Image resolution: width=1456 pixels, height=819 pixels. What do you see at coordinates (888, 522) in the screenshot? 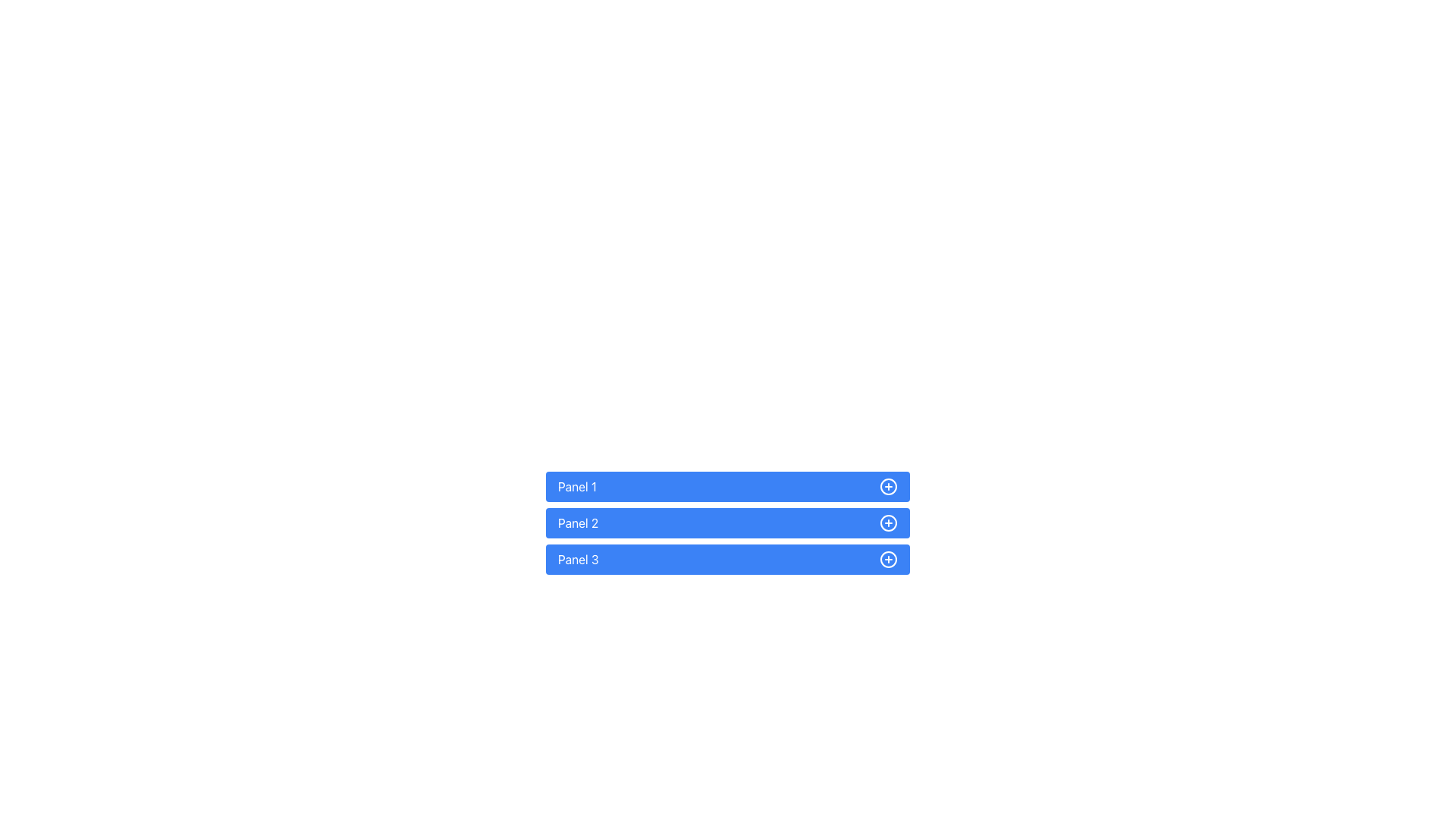
I see `the circular '+' icon button located to the right of the text 'Panel 2' in the vertical stack of icons` at bounding box center [888, 522].